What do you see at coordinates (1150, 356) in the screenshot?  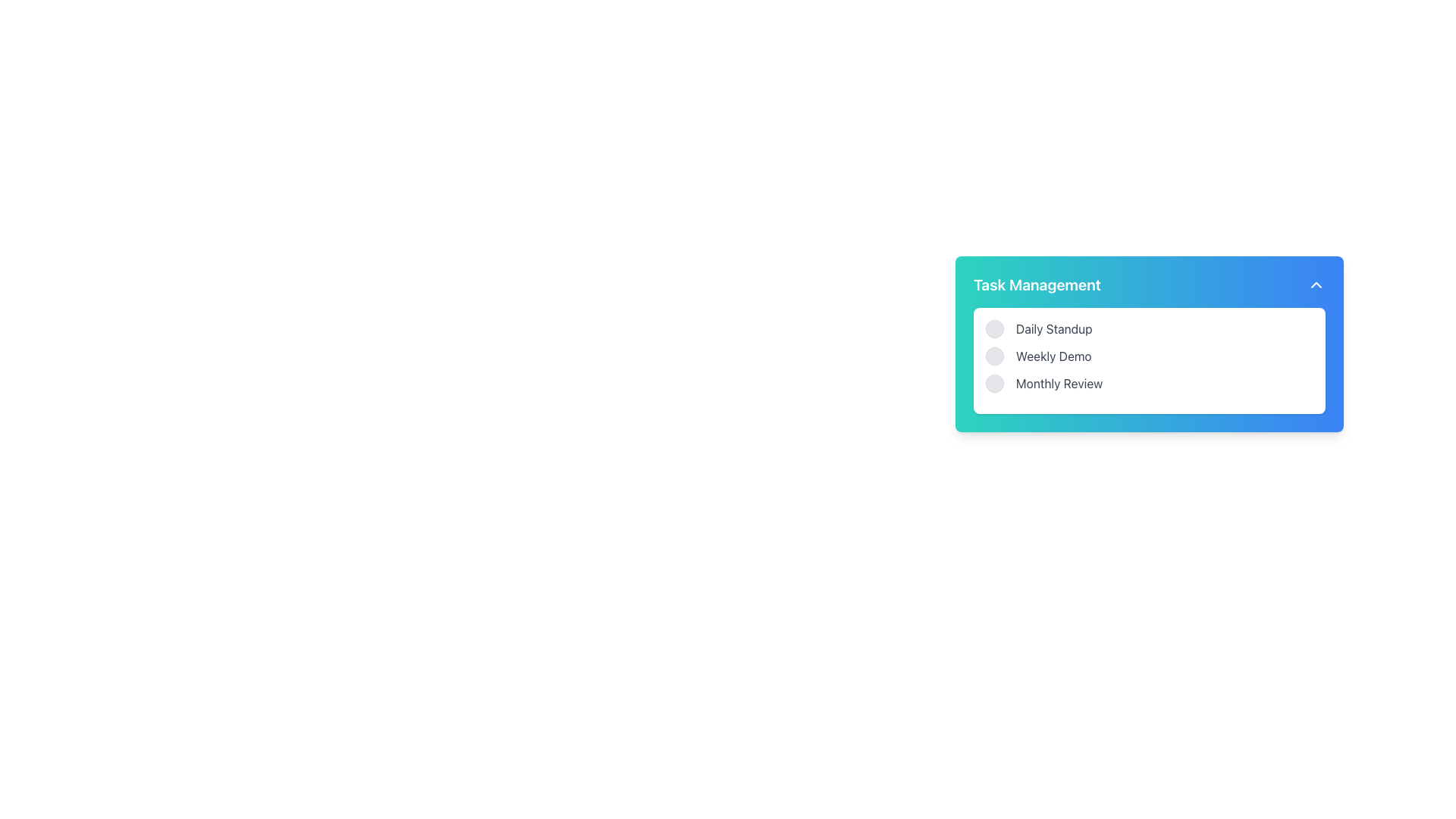 I see `the circular checkbox in the row labeled 'Weekly Demo'` at bounding box center [1150, 356].